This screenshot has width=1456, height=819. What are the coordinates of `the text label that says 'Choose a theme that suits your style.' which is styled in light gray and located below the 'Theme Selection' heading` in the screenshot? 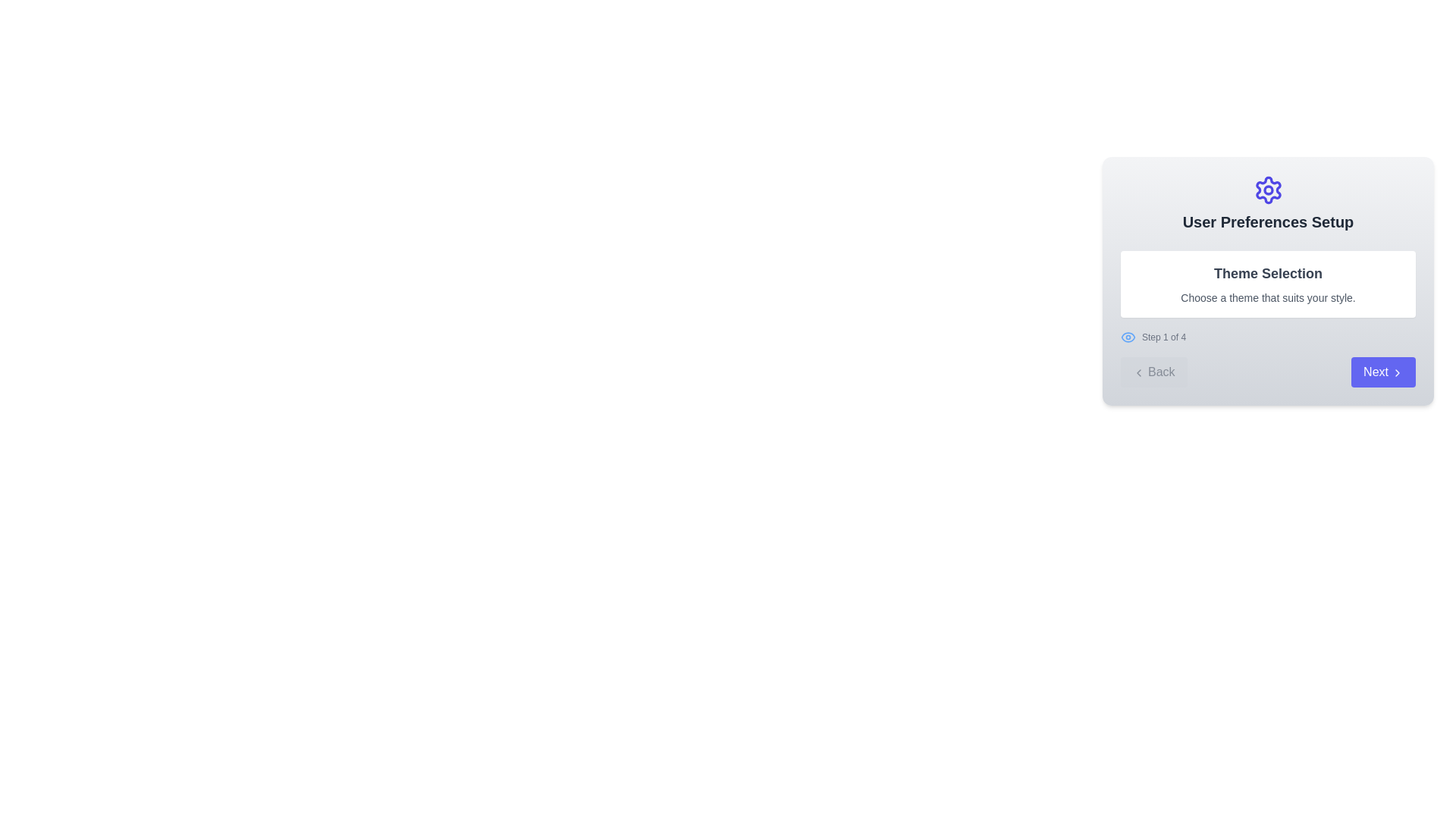 It's located at (1268, 298).